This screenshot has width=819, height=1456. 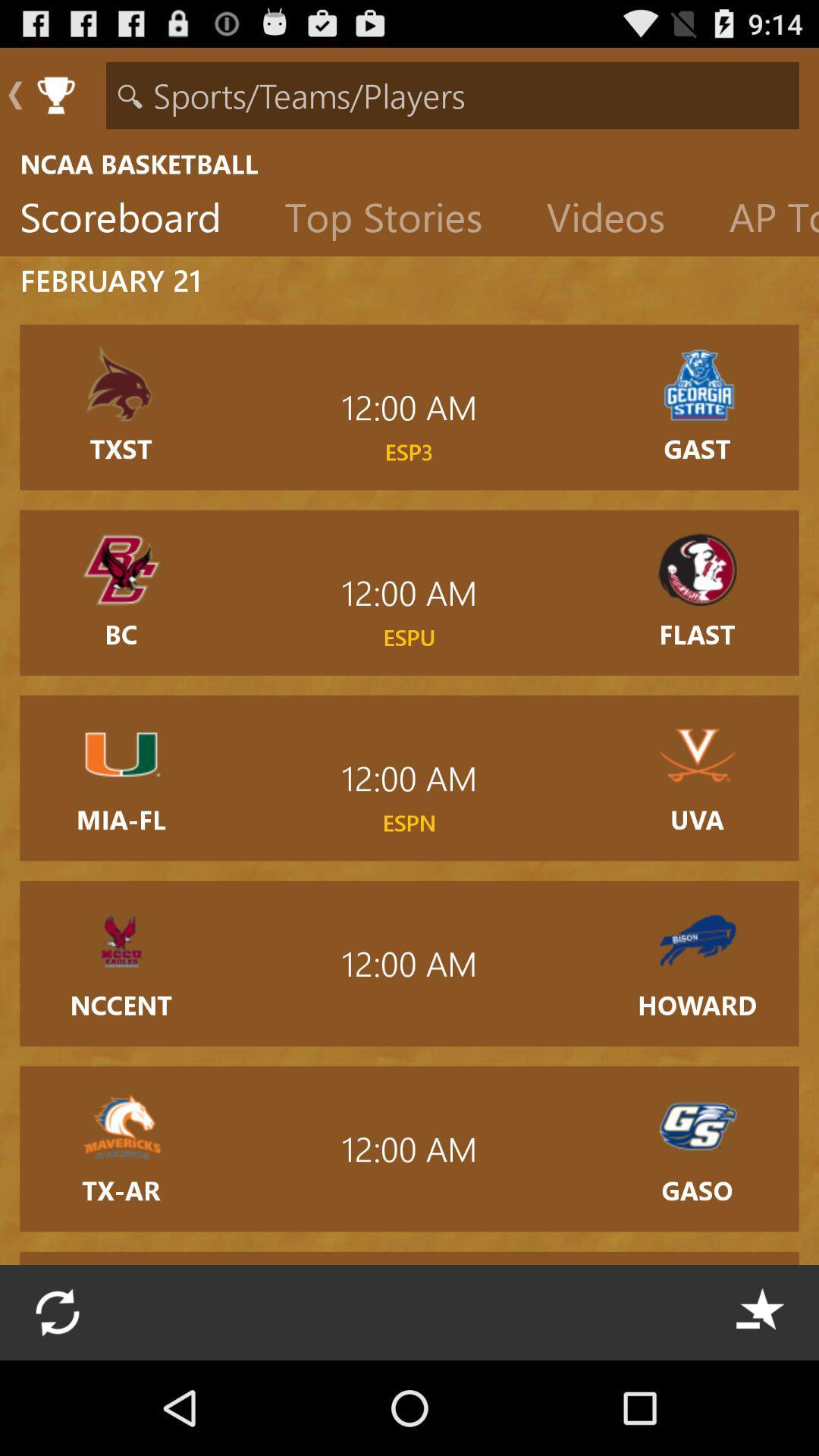 What do you see at coordinates (617, 220) in the screenshot?
I see `icon to the right of the top stories item` at bounding box center [617, 220].